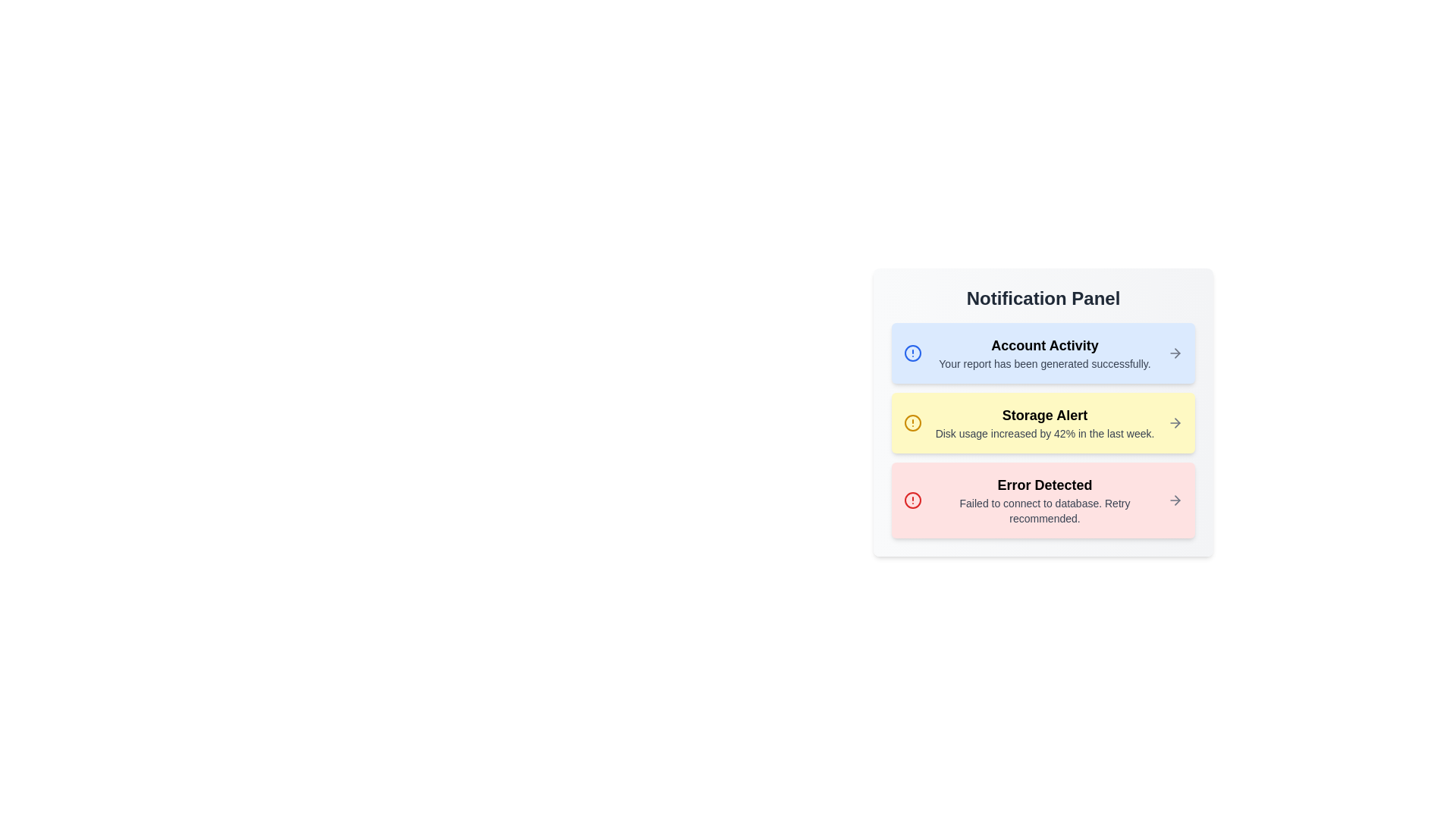 The image size is (1456, 819). Describe the element at coordinates (934, 403) in the screenshot. I see `the text of the notification titled 'Storage Alert'` at that location.